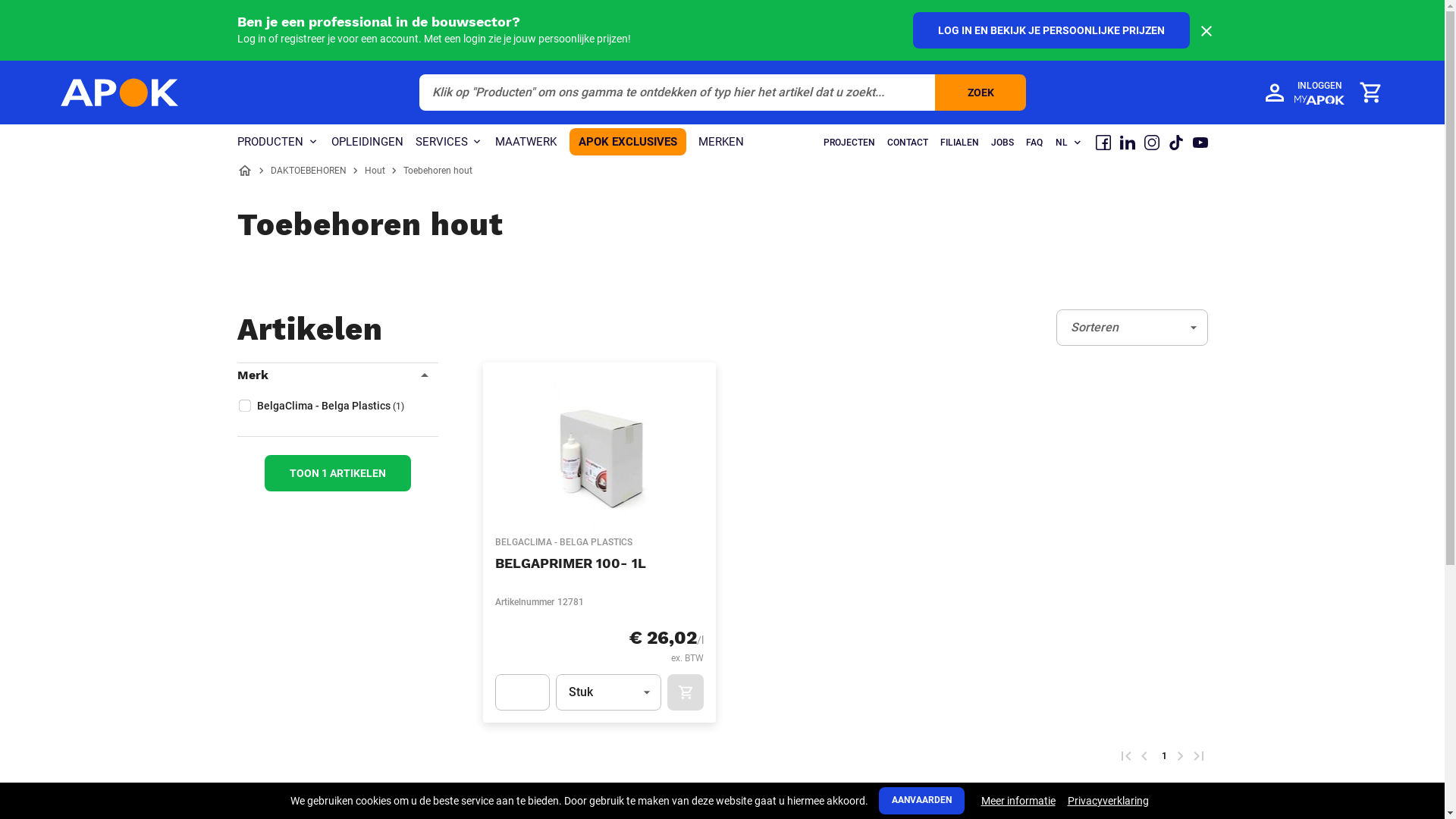  Describe the element at coordinates (990, 143) in the screenshot. I see `'JOBS'` at that location.